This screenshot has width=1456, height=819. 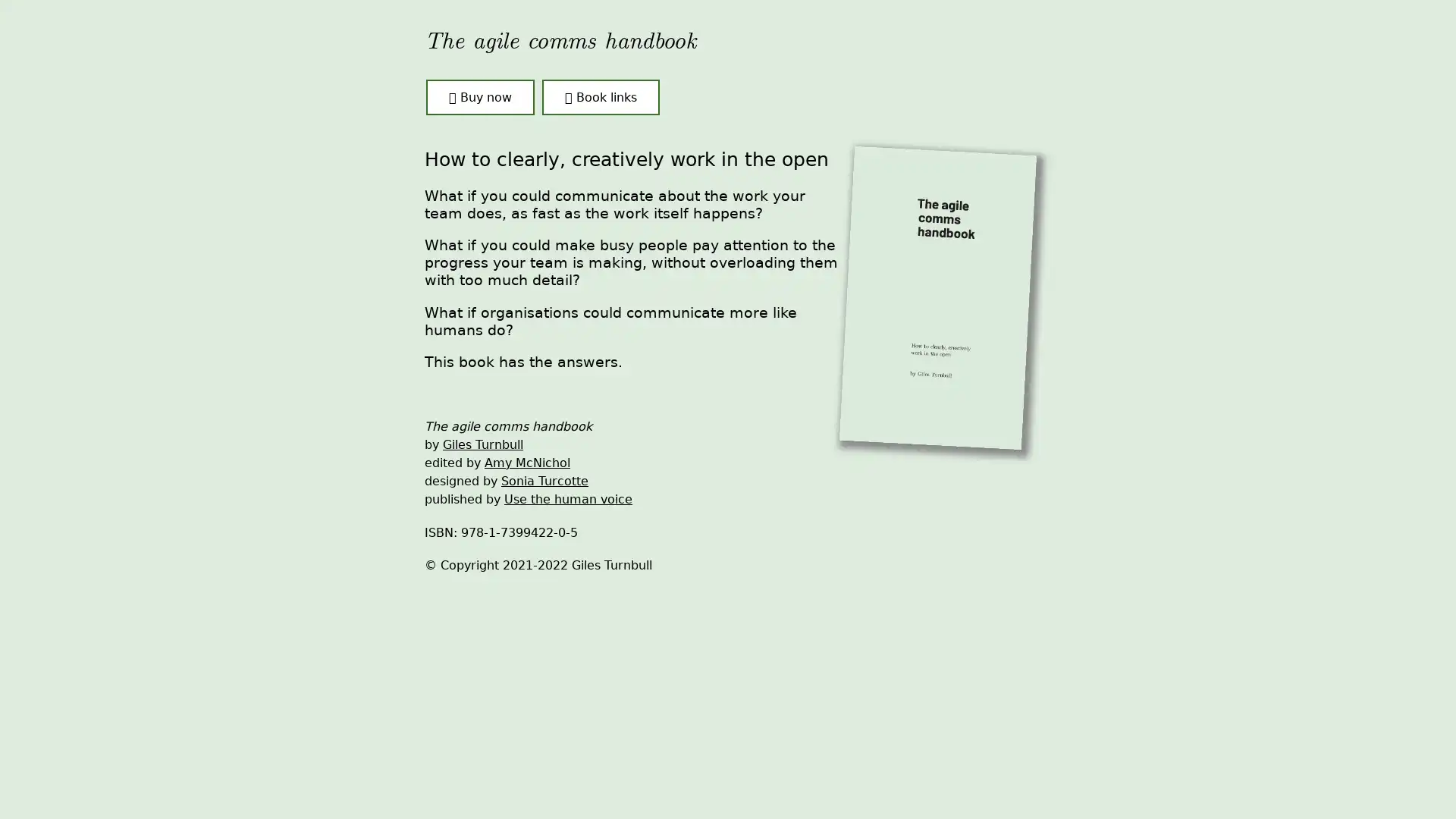 What do you see at coordinates (479, 97) in the screenshot?
I see `Buy now` at bounding box center [479, 97].